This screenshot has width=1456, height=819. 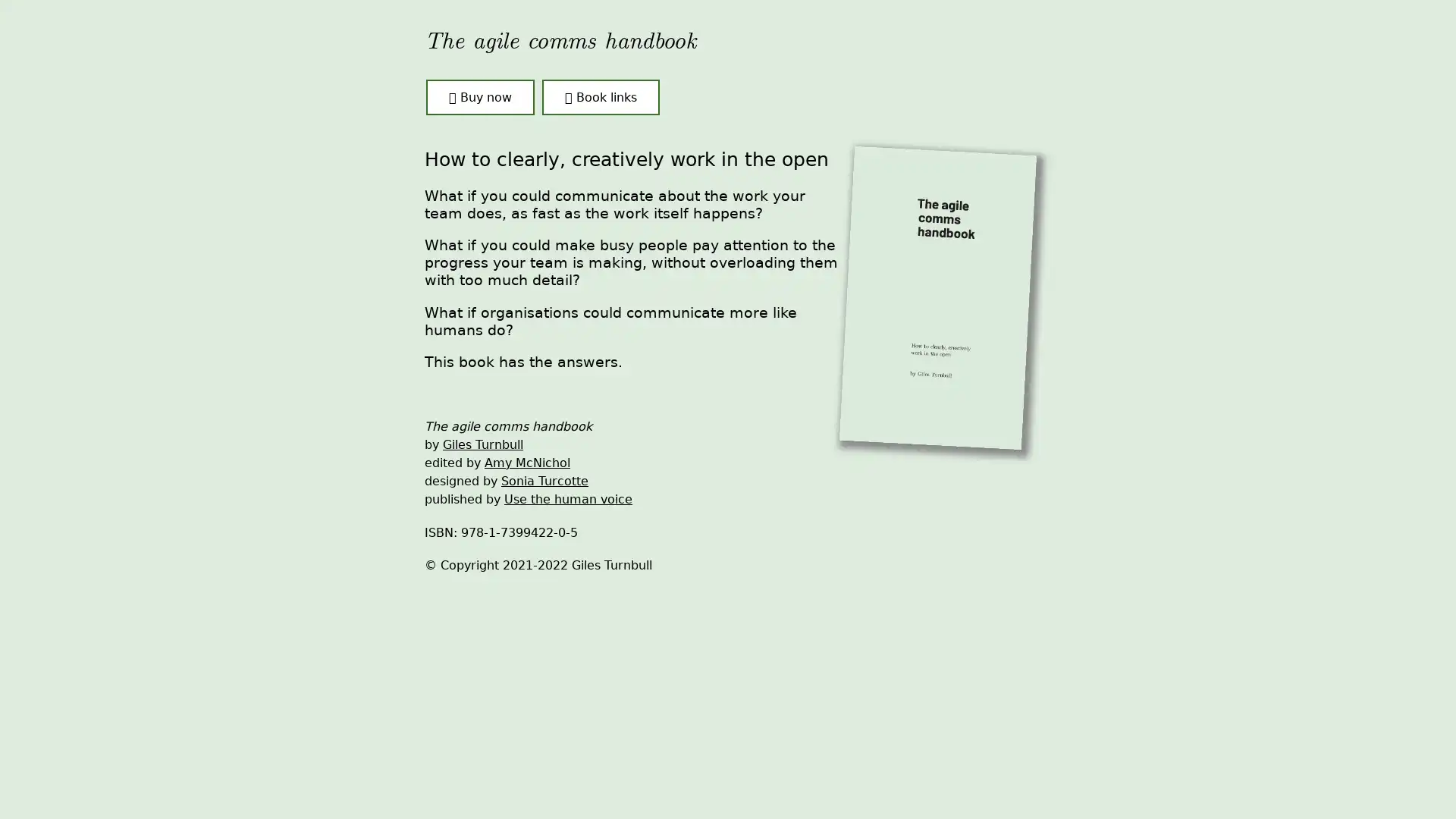 What do you see at coordinates (479, 97) in the screenshot?
I see `Buy now` at bounding box center [479, 97].